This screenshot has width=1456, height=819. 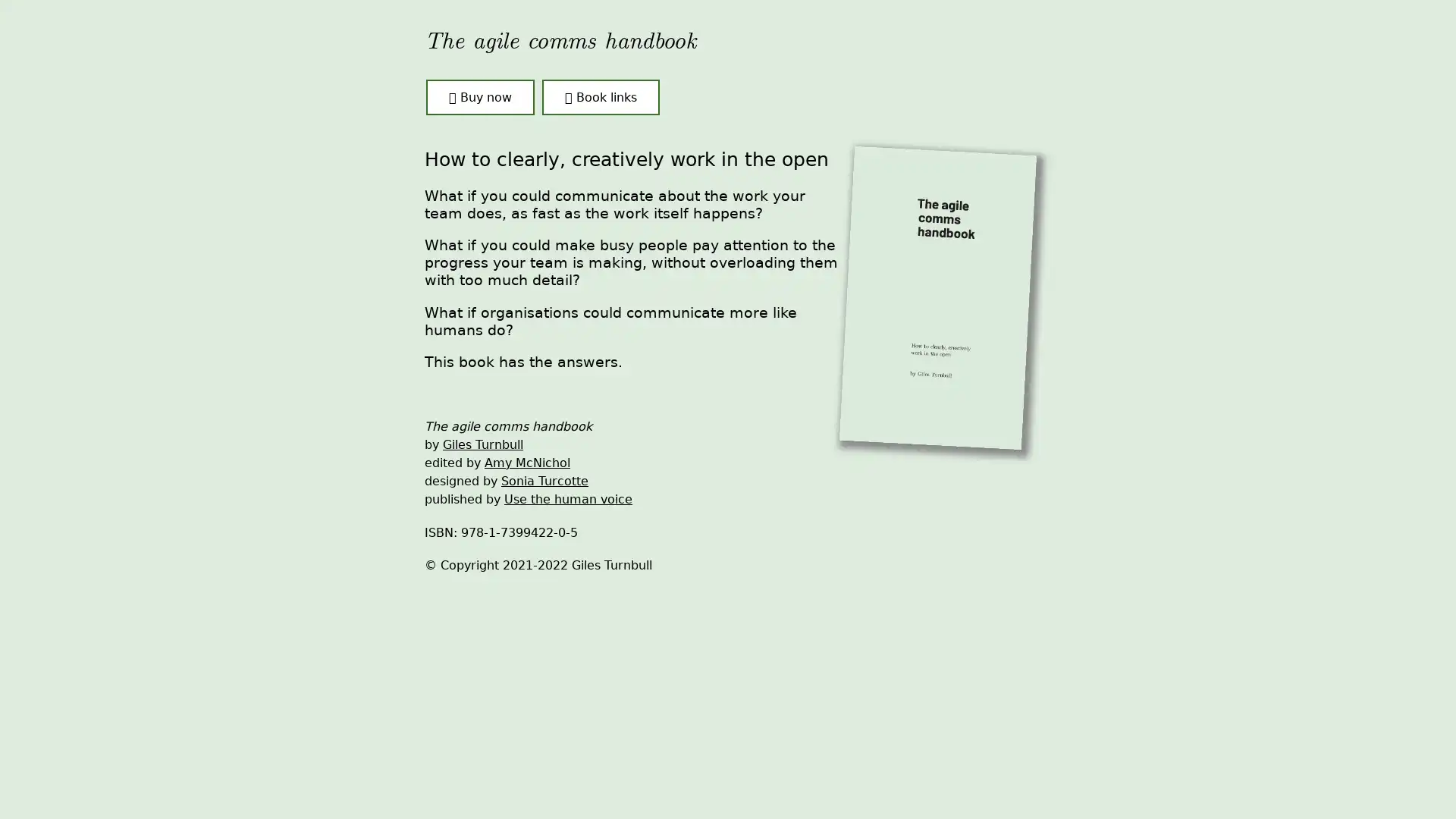 What do you see at coordinates (479, 97) in the screenshot?
I see `Buy now` at bounding box center [479, 97].